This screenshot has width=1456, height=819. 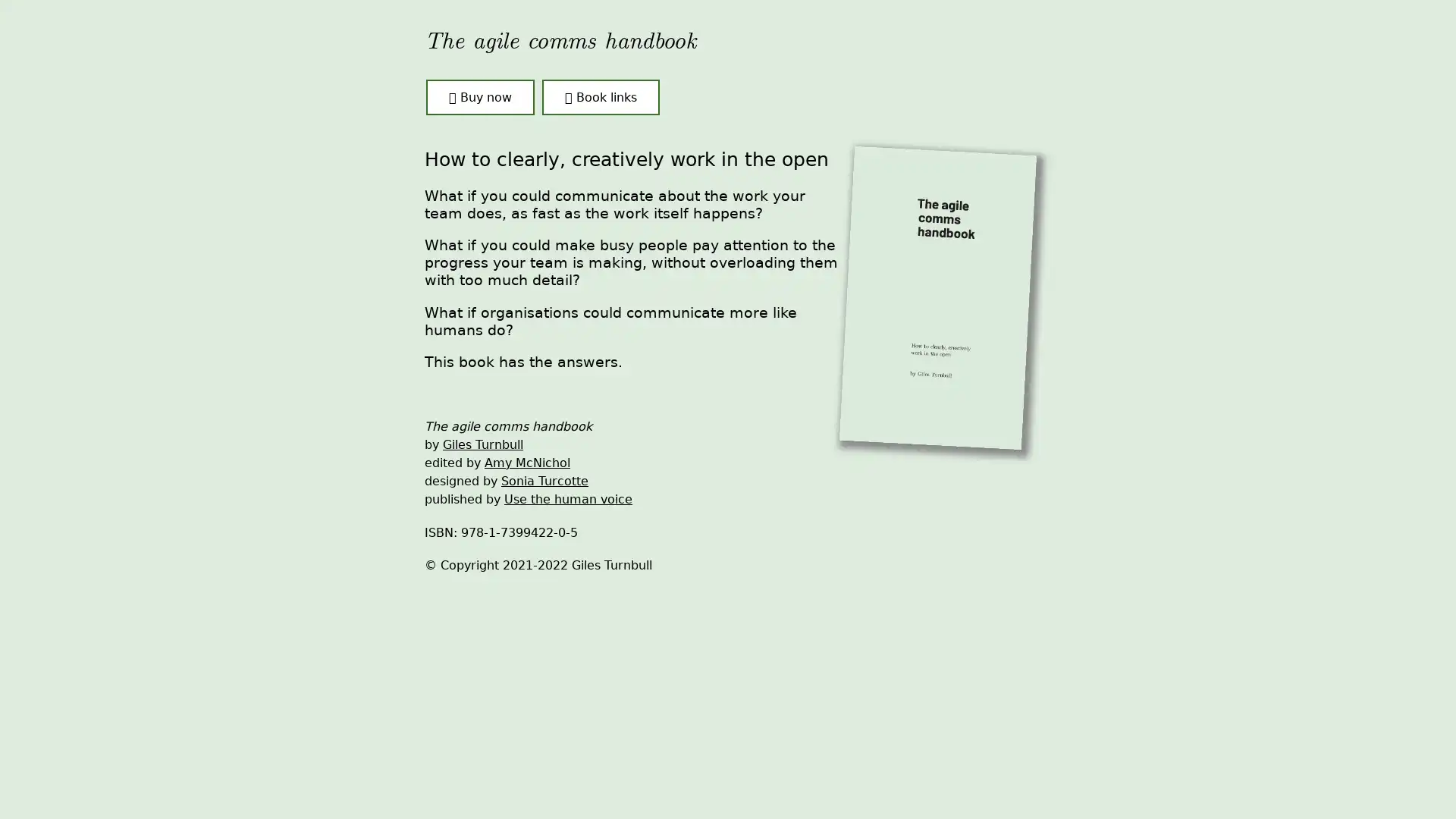 What do you see at coordinates (479, 97) in the screenshot?
I see `Buy now` at bounding box center [479, 97].